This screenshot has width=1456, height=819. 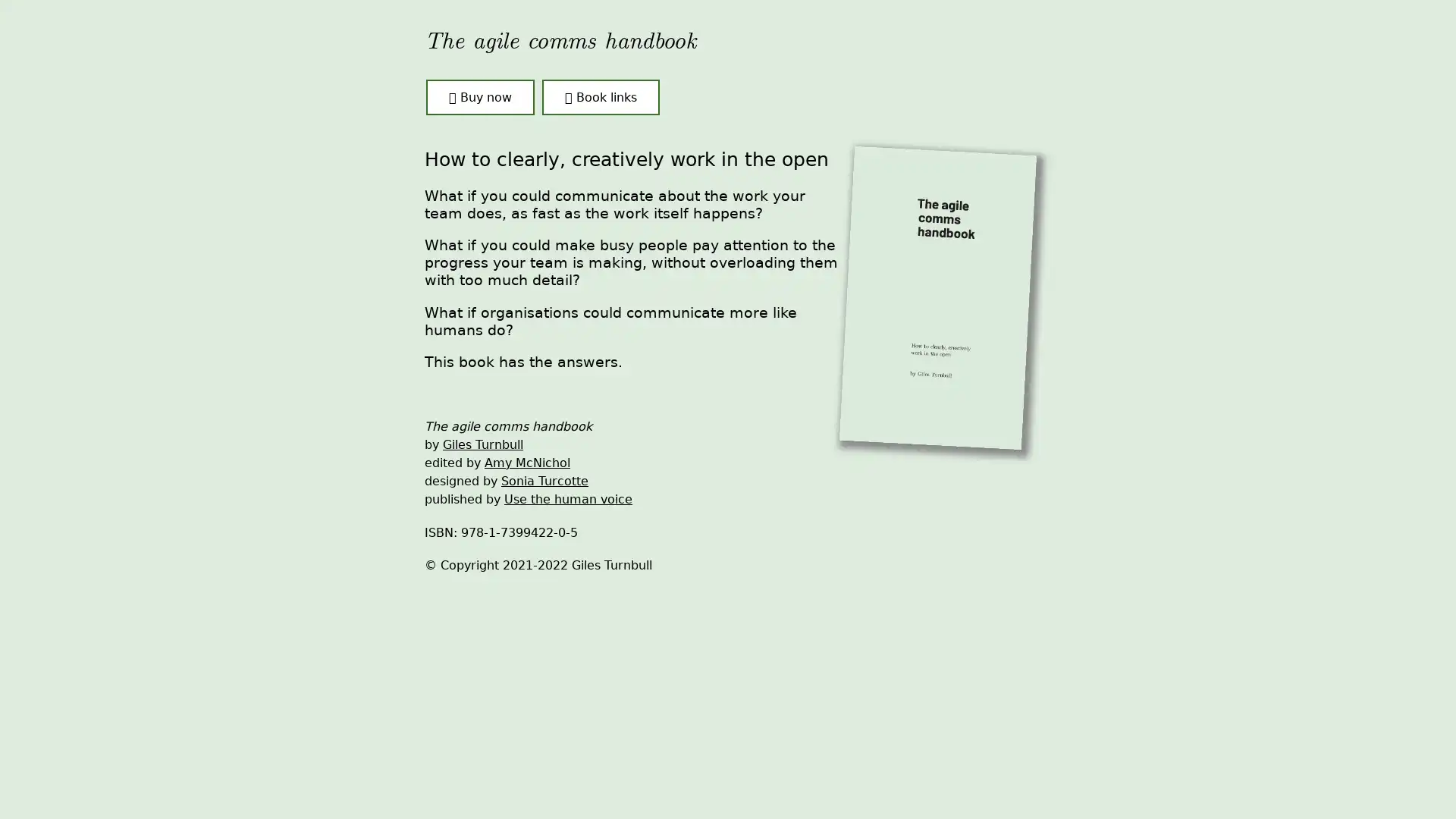 What do you see at coordinates (479, 97) in the screenshot?
I see `Buy now` at bounding box center [479, 97].